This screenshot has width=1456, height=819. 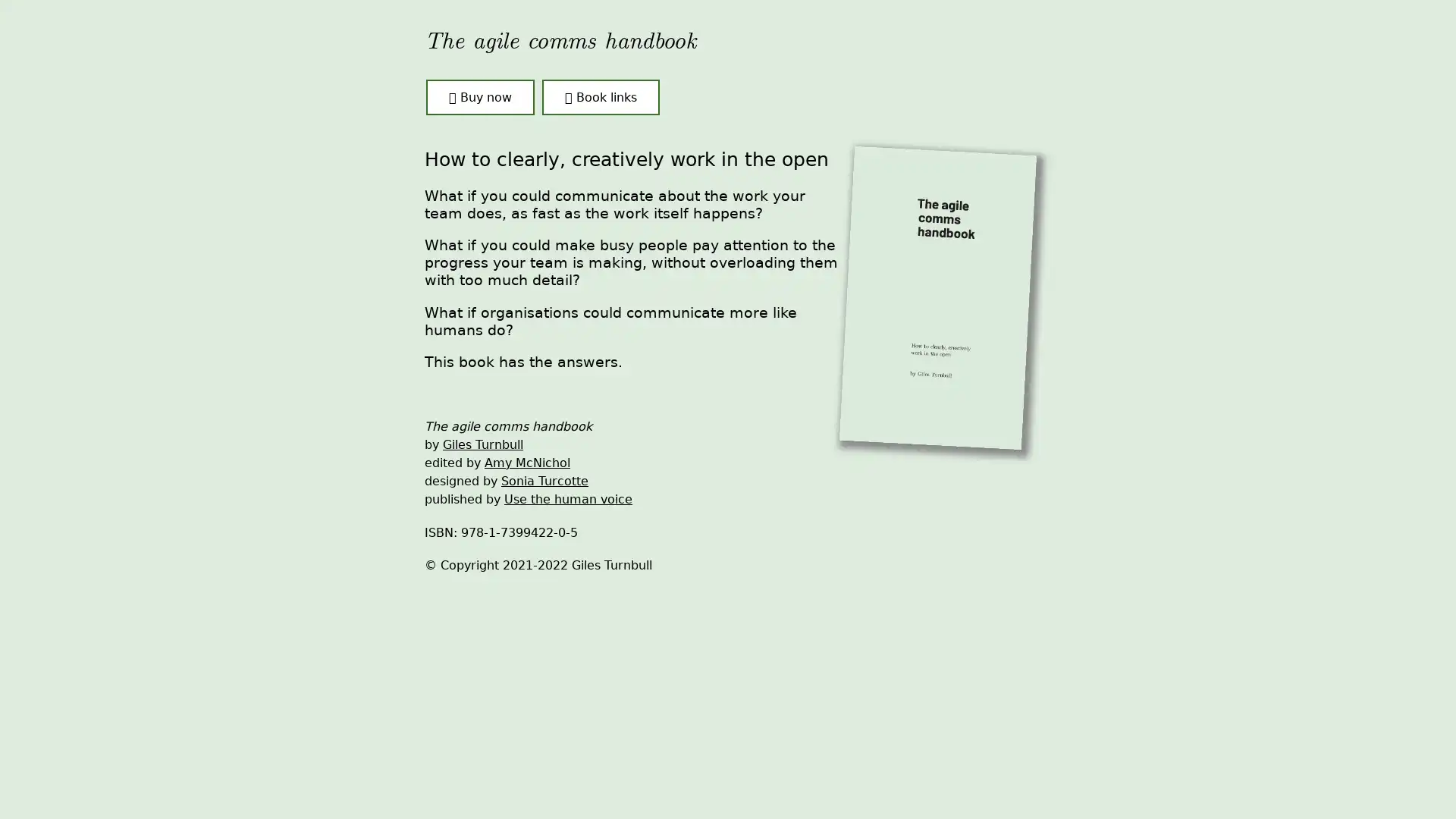 What do you see at coordinates (479, 97) in the screenshot?
I see `Buy now` at bounding box center [479, 97].